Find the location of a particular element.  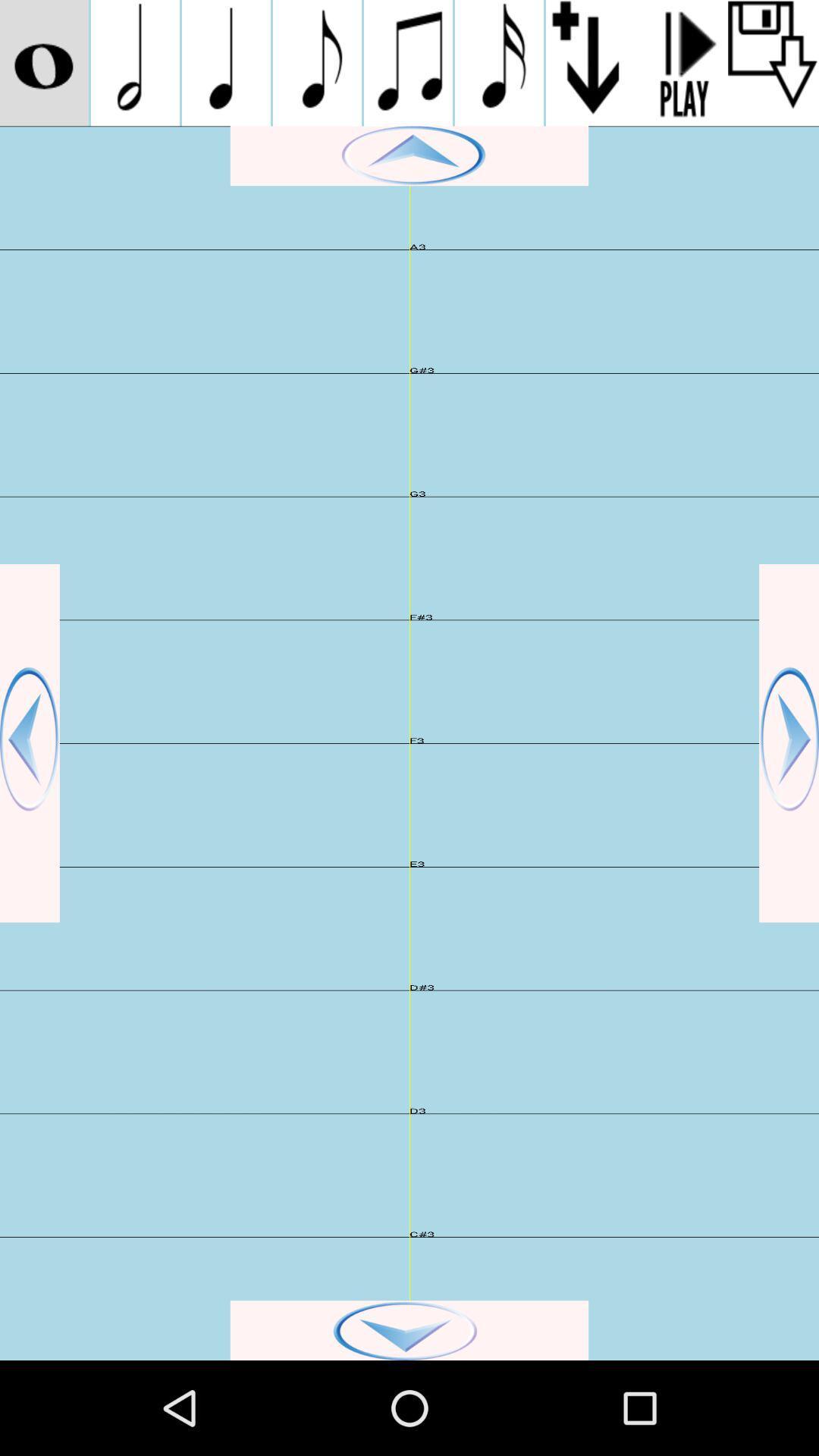

eject out button is located at coordinates (773, 62).